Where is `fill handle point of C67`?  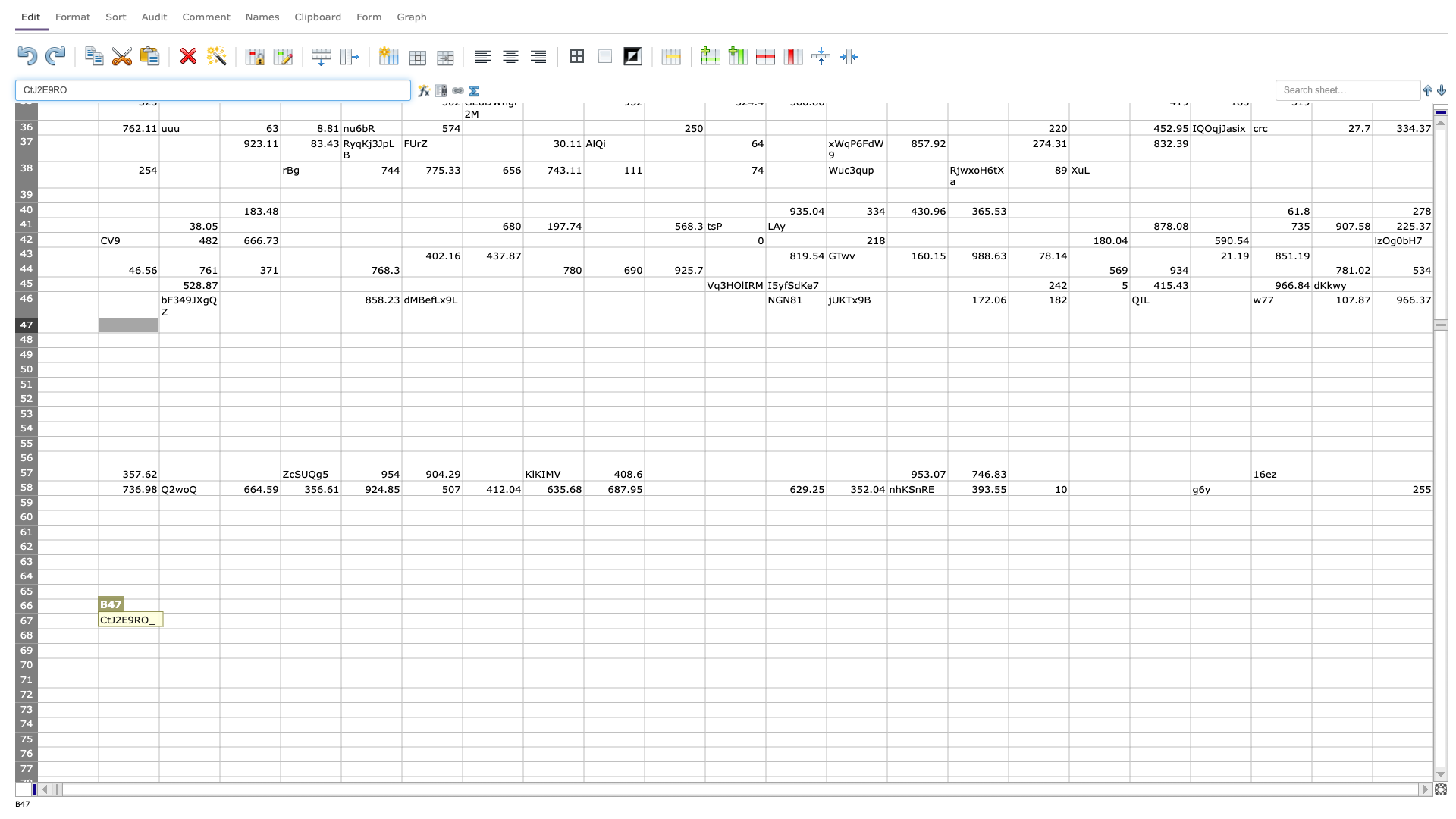 fill handle point of C67 is located at coordinates (218, 629).